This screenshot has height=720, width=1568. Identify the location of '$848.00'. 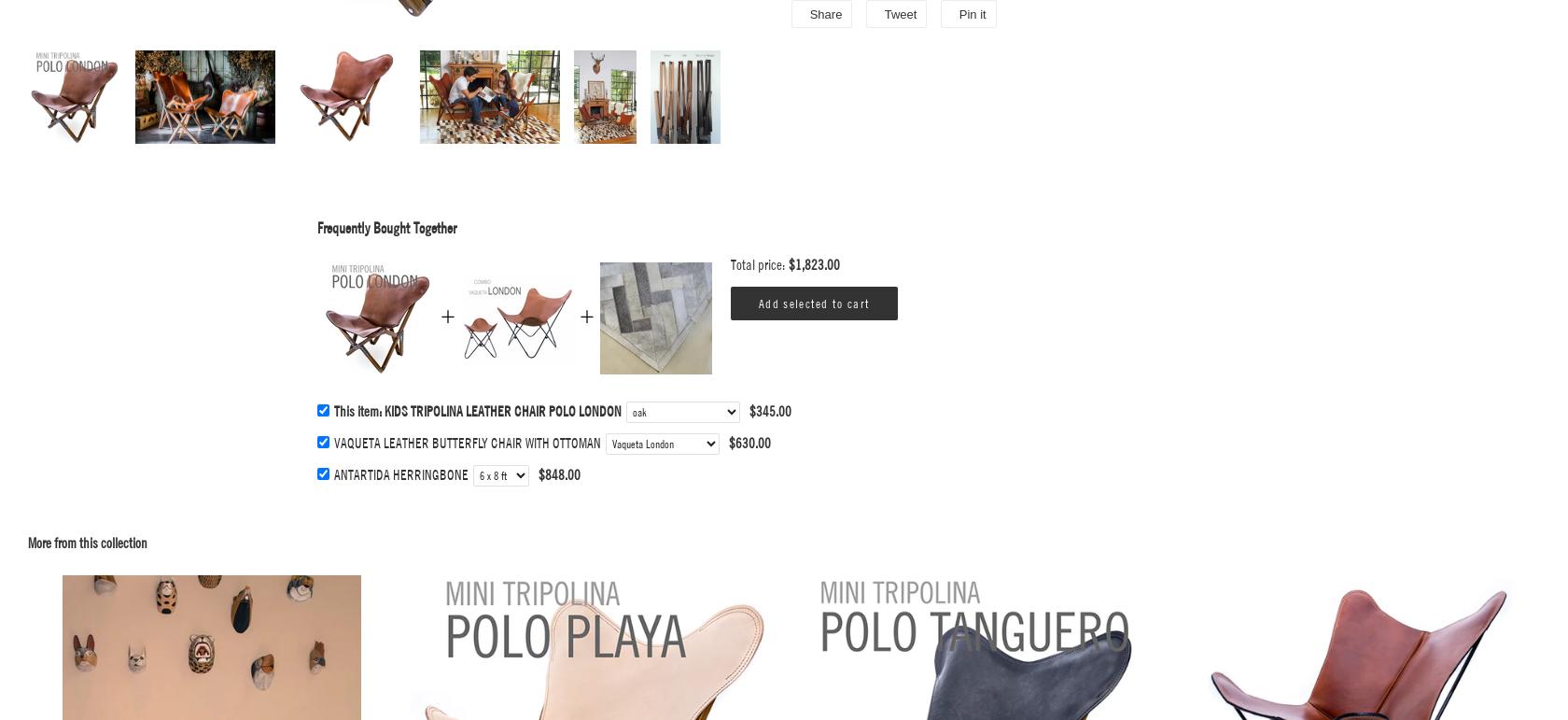
(558, 473).